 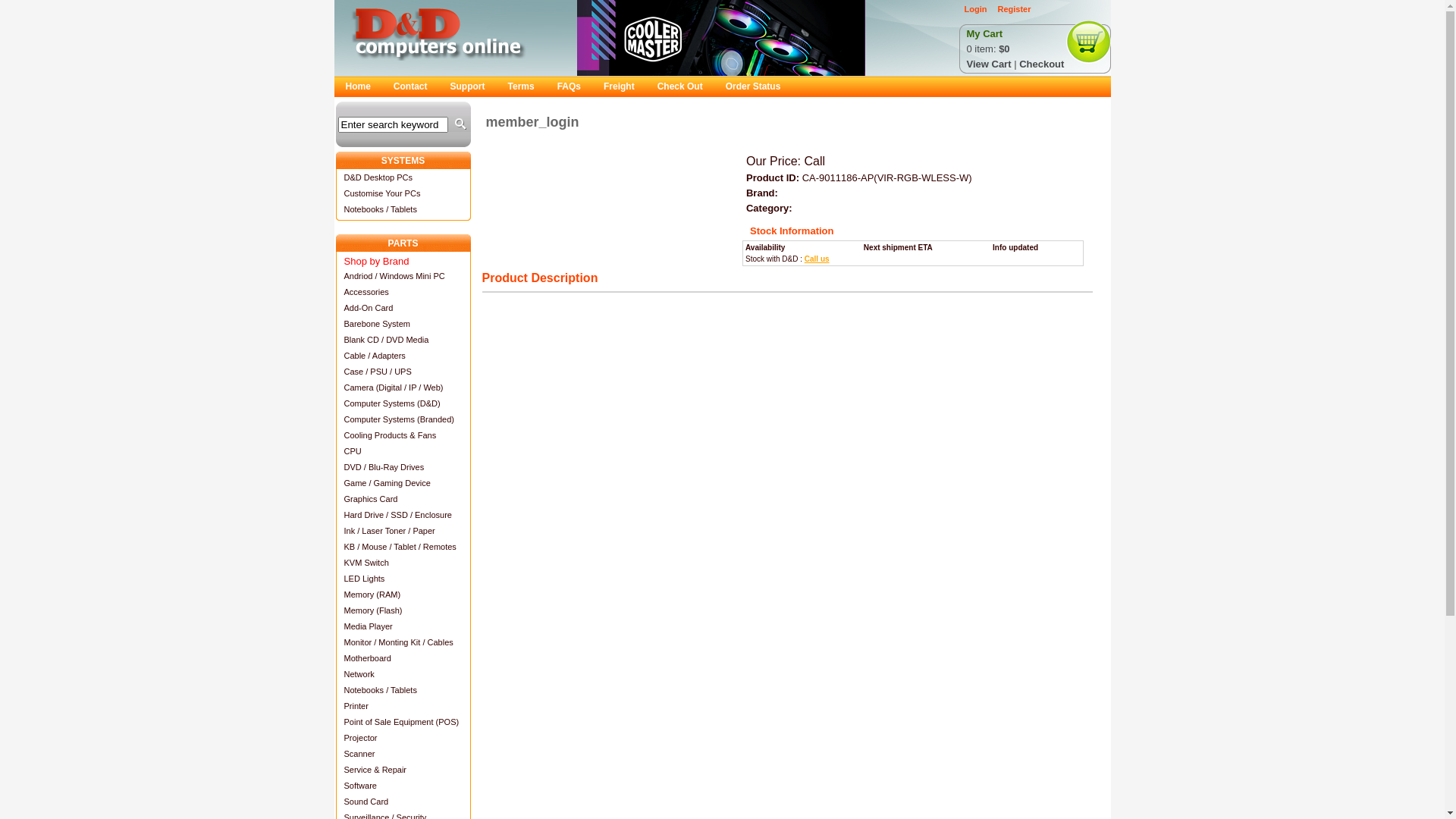 What do you see at coordinates (403, 720) in the screenshot?
I see `'Point of Sale Equipment (POS)'` at bounding box center [403, 720].